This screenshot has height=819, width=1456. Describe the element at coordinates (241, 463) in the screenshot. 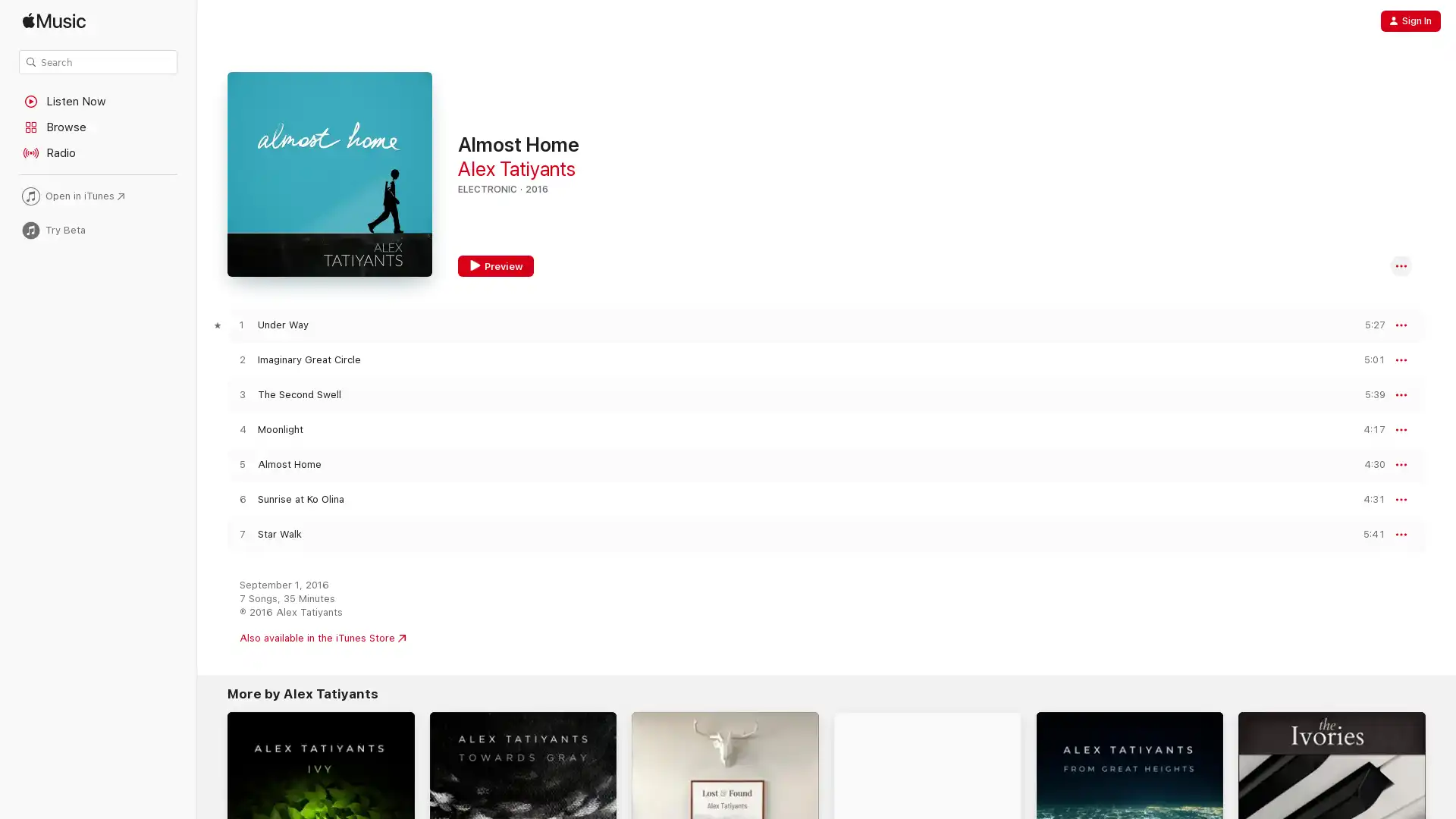

I see `Play` at that location.